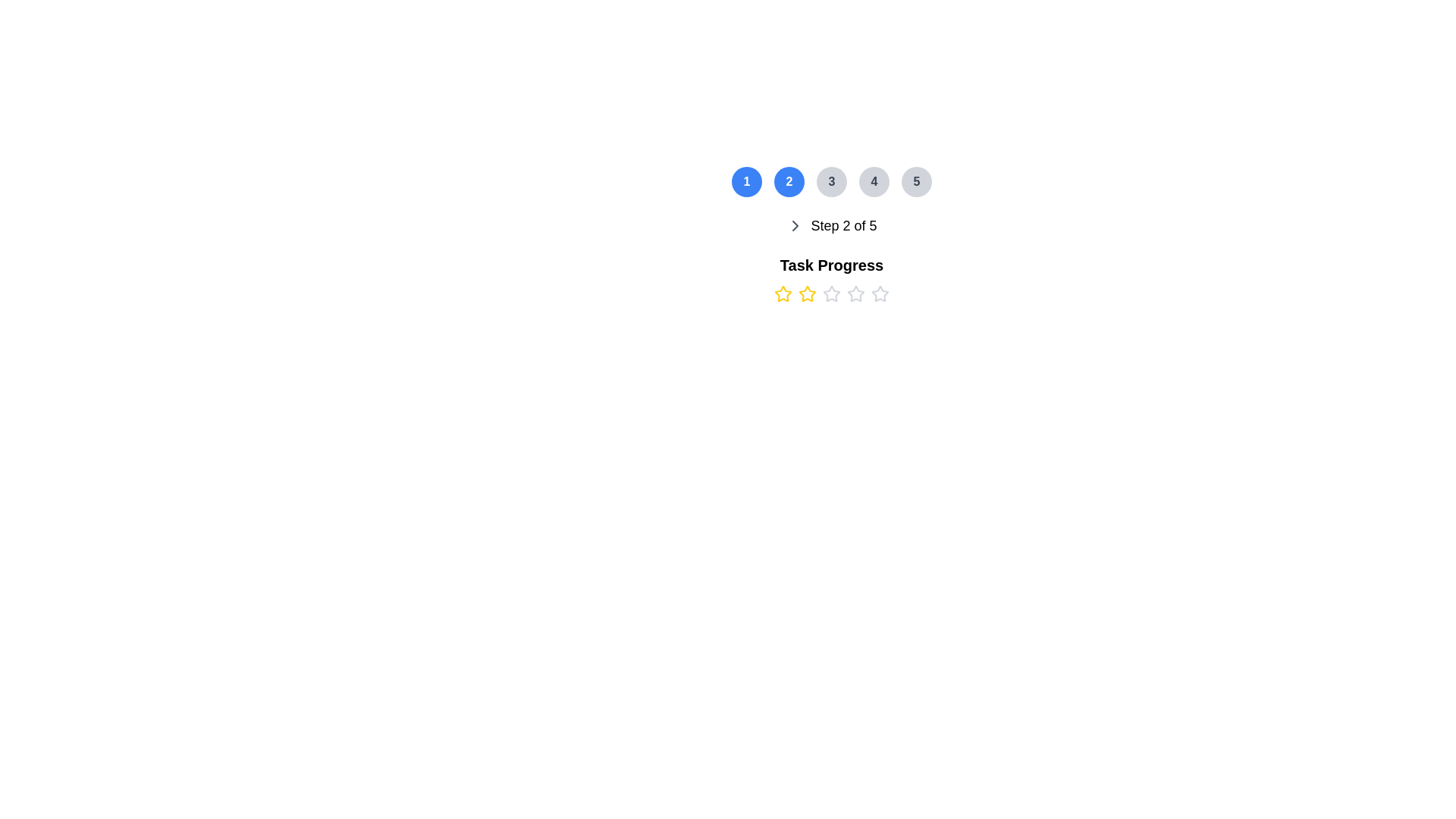  Describe the element at coordinates (831, 294) in the screenshot. I see `the fourth star icon in the 'Task Progress' section under 'Step 2 of 5' to rate it` at that location.